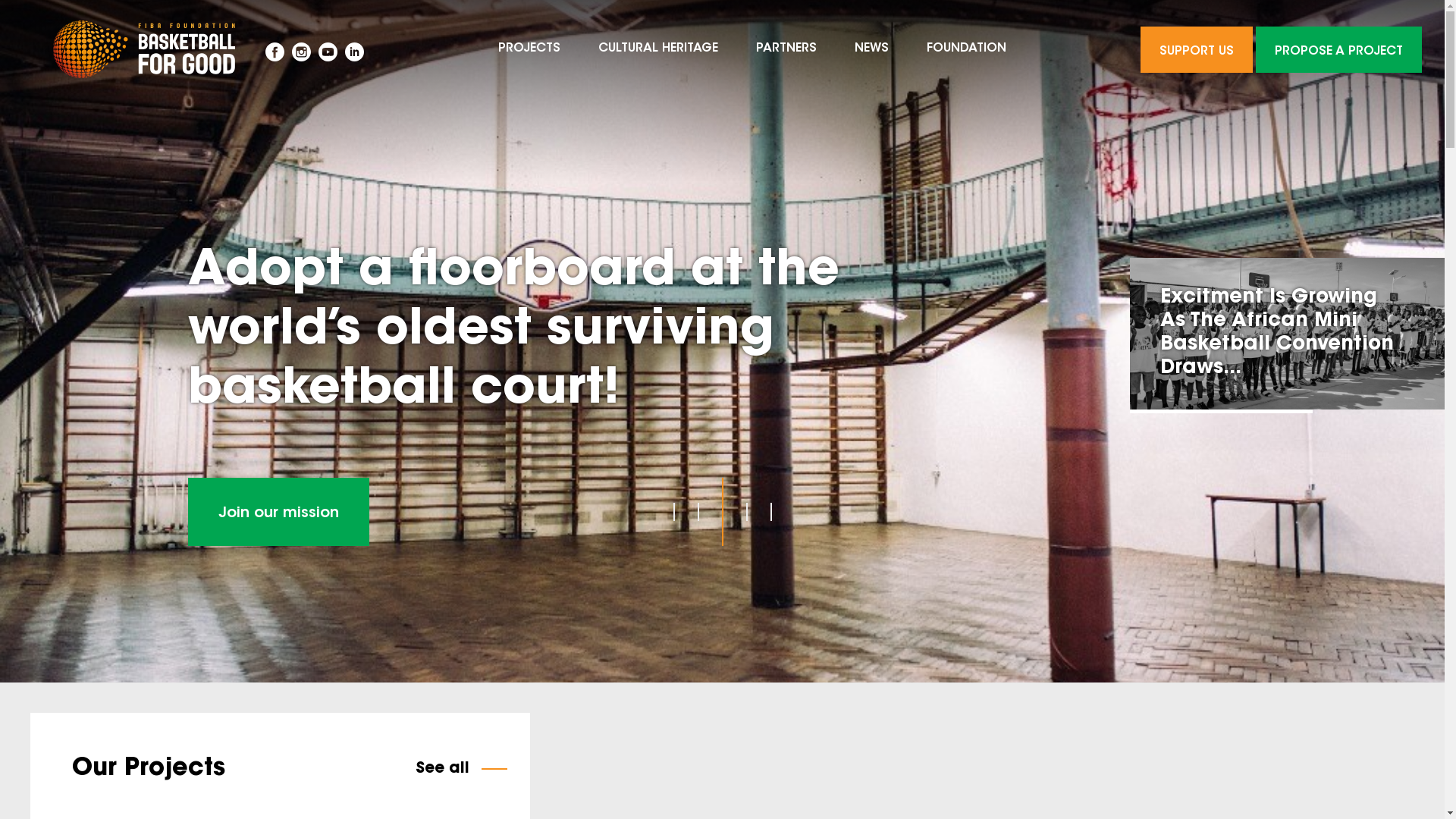  What do you see at coordinates (479, 49) in the screenshot?
I see `'PROJECTS'` at bounding box center [479, 49].